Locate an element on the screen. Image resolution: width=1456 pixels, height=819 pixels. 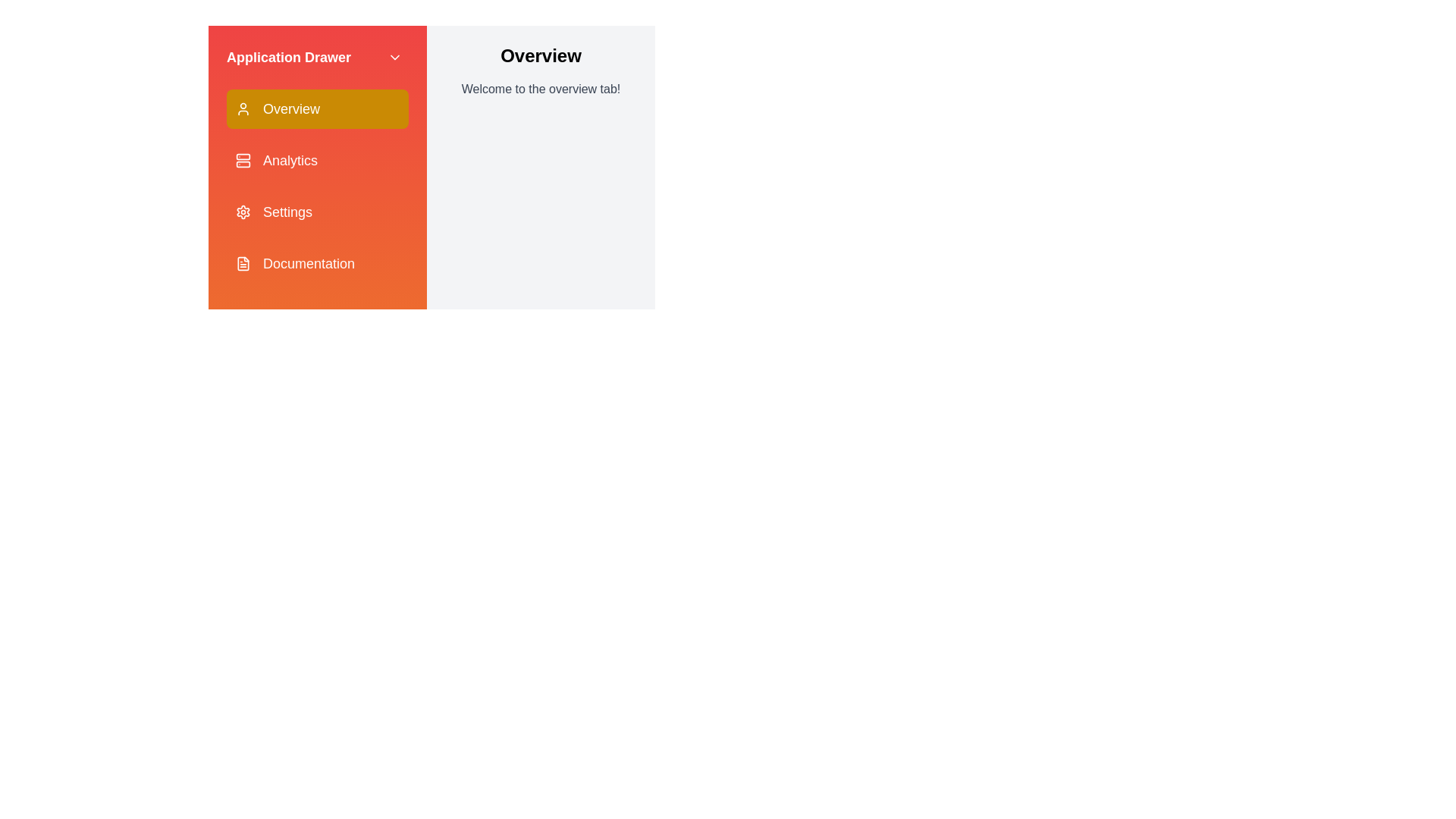
the tab labeled Overview in the drawer to select it is located at coordinates (316, 108).